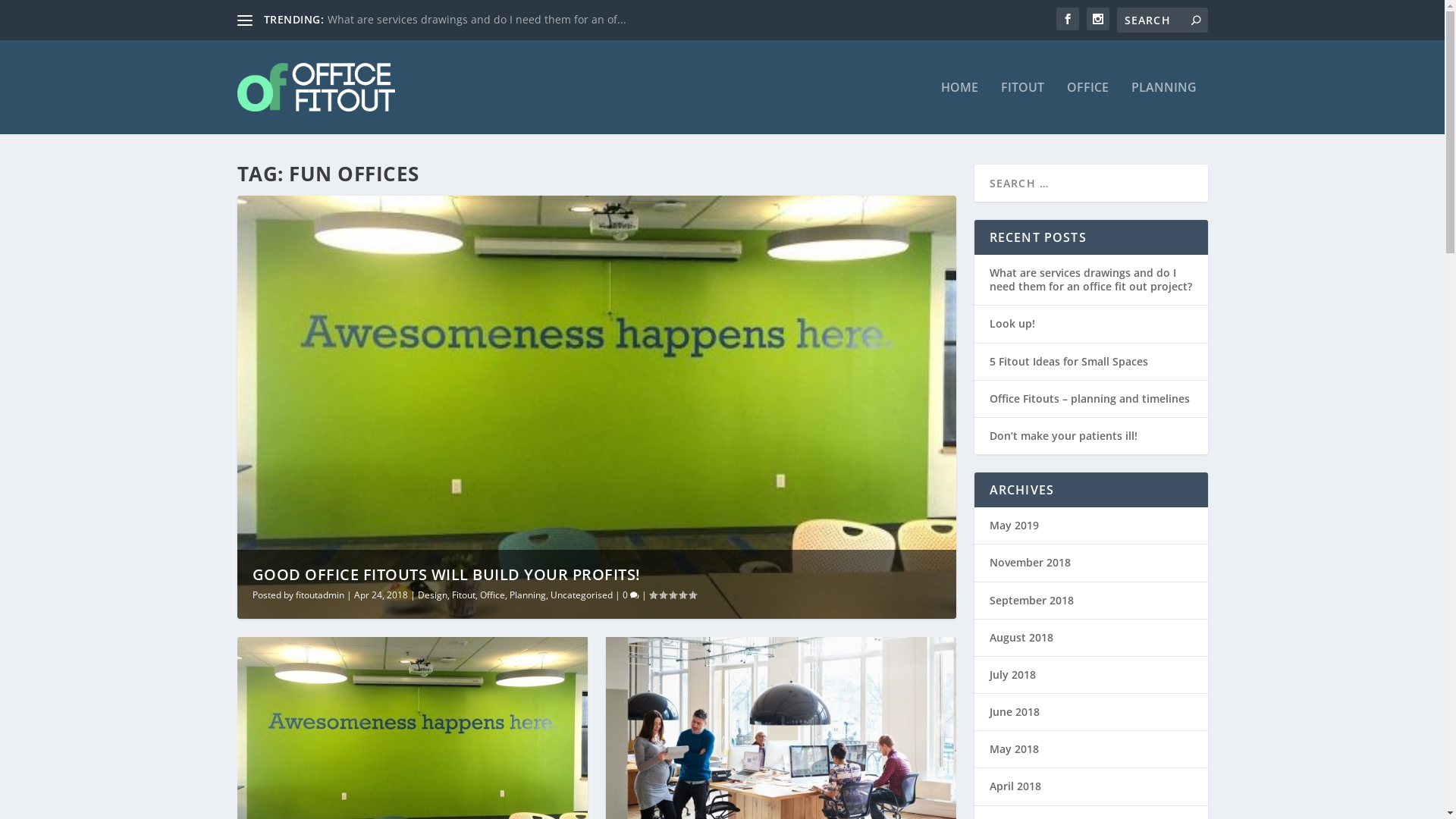 The image size is (1456, 819). I want to click on '5 Fitout Ideas for Small Spaces', so click(989, 361).